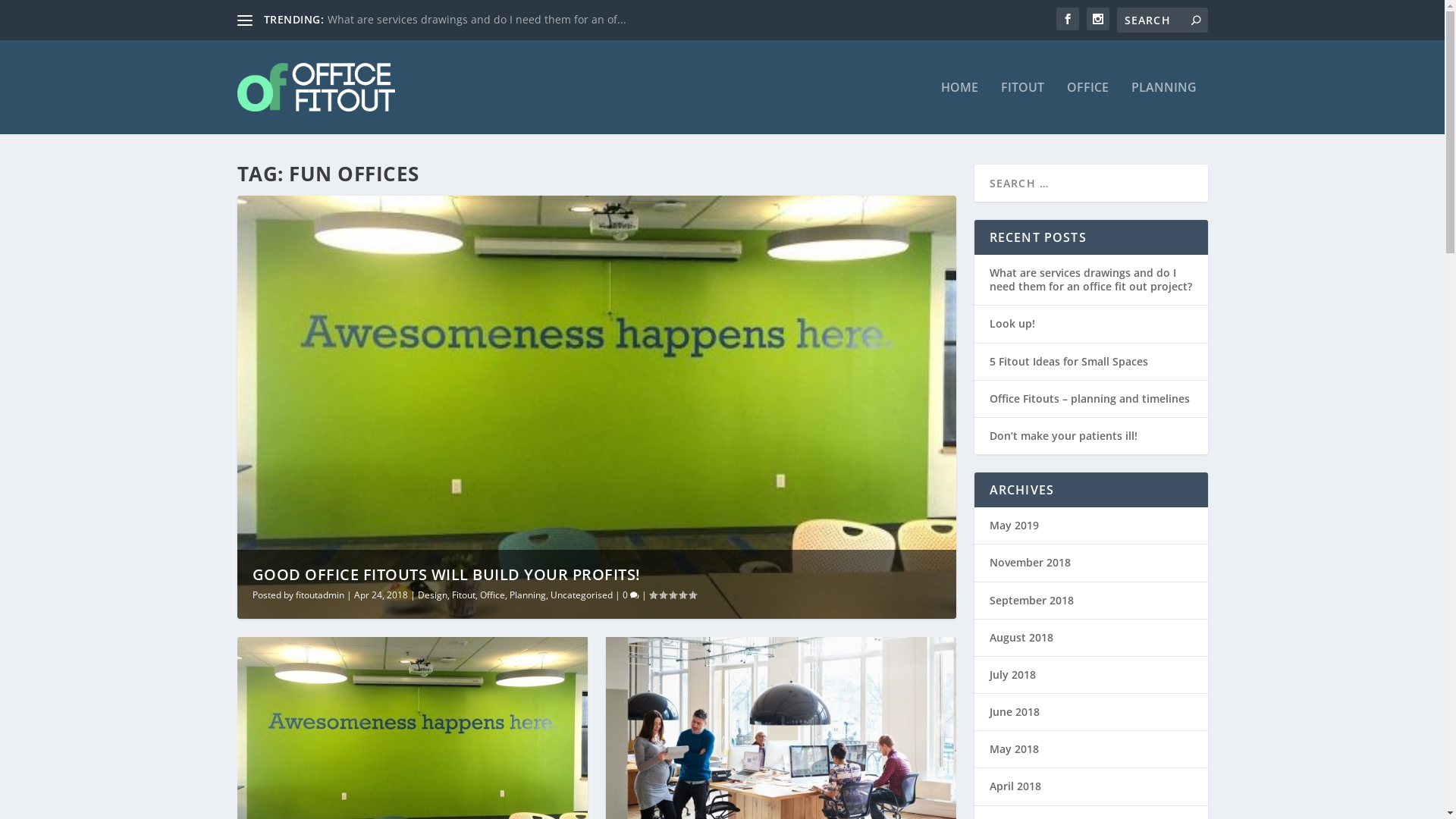 The image size is (1456, 819). I want to click on '5 Fitout Ideas for Small Spaces', so click(989, 361).